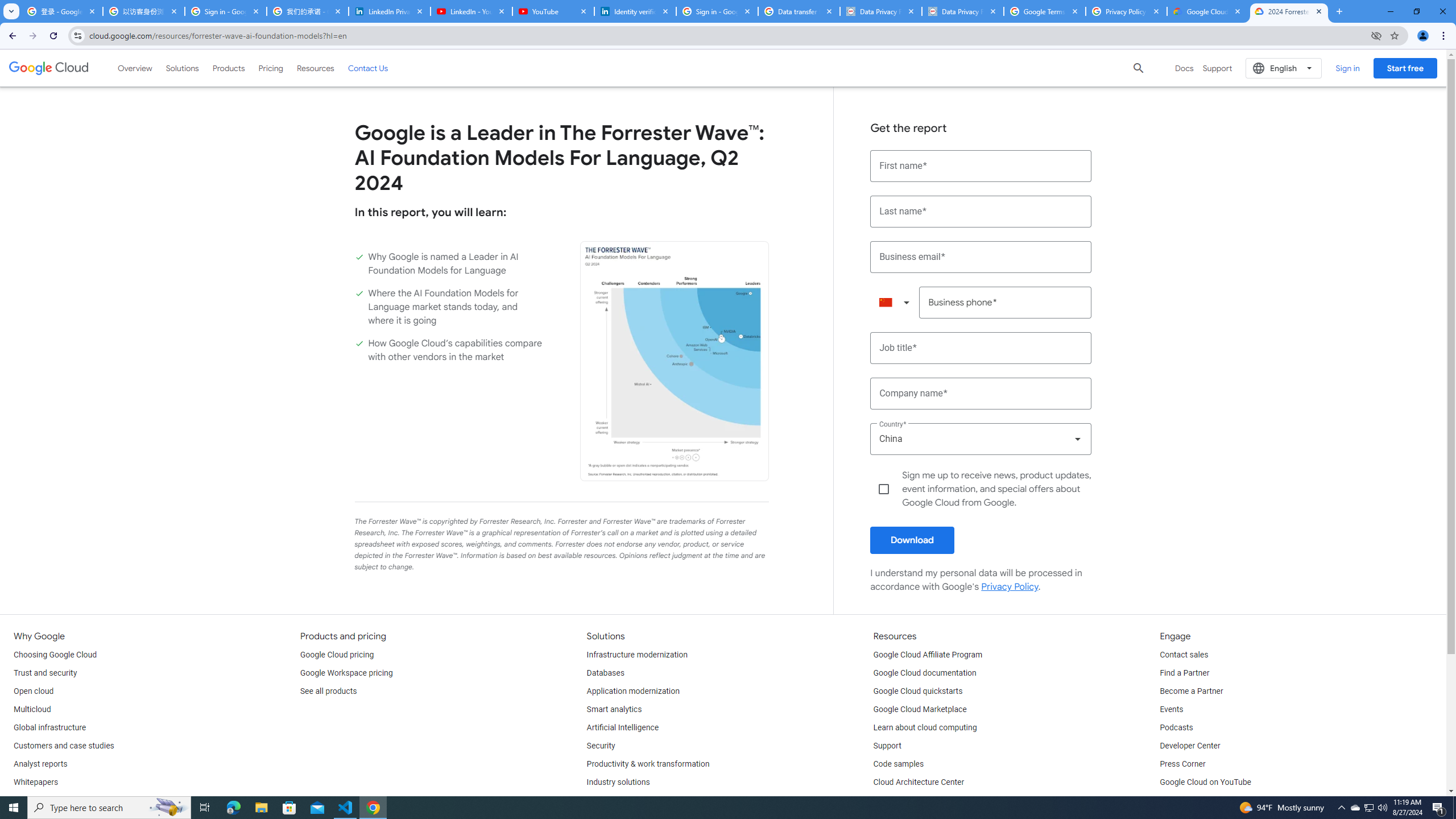 This screenshot has width=1456, height=819. Describe the element at coordinates (1191, 691) in the screenshot. I see `'Become a Partner'` at that location.